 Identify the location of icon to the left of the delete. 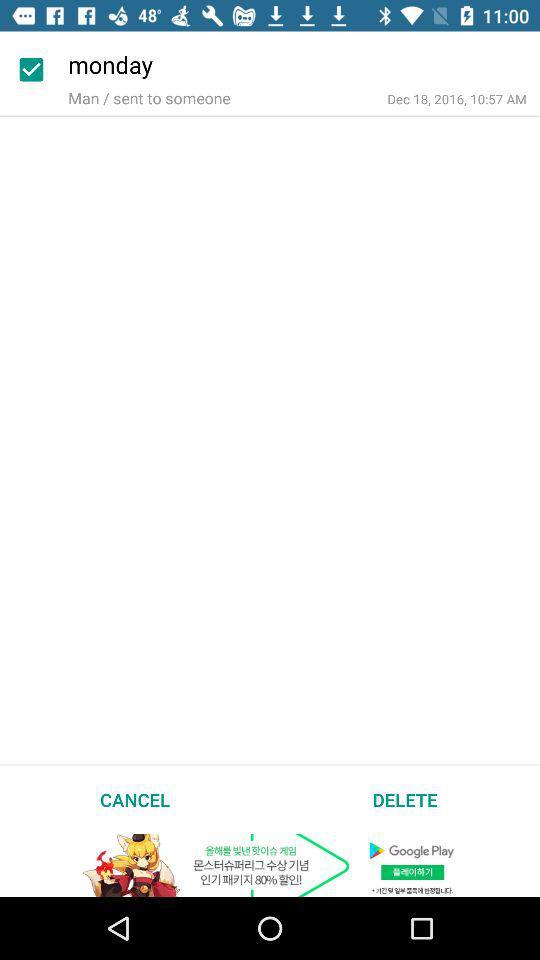
(135, 799).